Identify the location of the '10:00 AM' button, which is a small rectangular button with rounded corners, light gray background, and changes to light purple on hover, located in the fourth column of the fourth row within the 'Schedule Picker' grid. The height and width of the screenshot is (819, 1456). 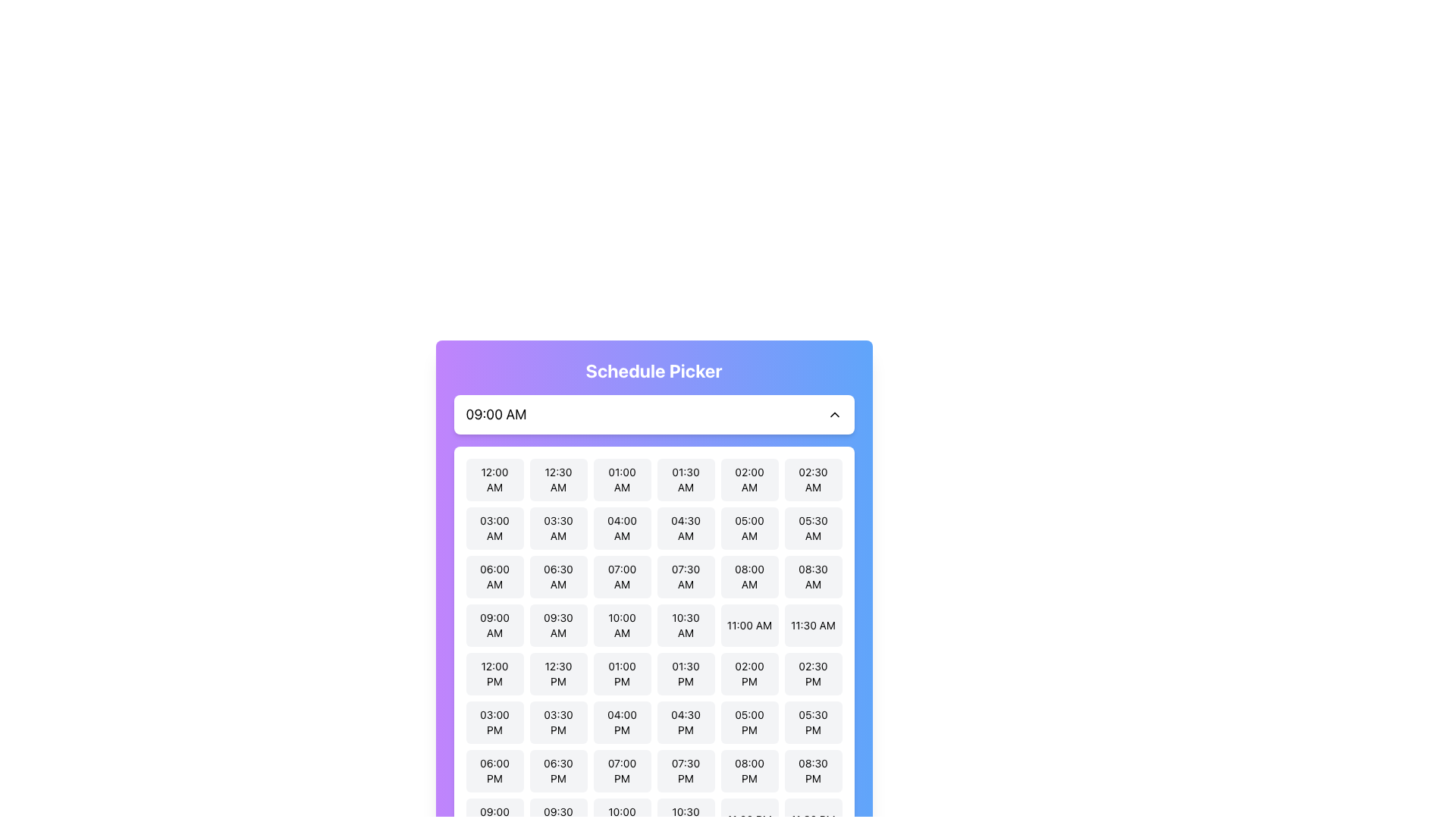
(622, 626).